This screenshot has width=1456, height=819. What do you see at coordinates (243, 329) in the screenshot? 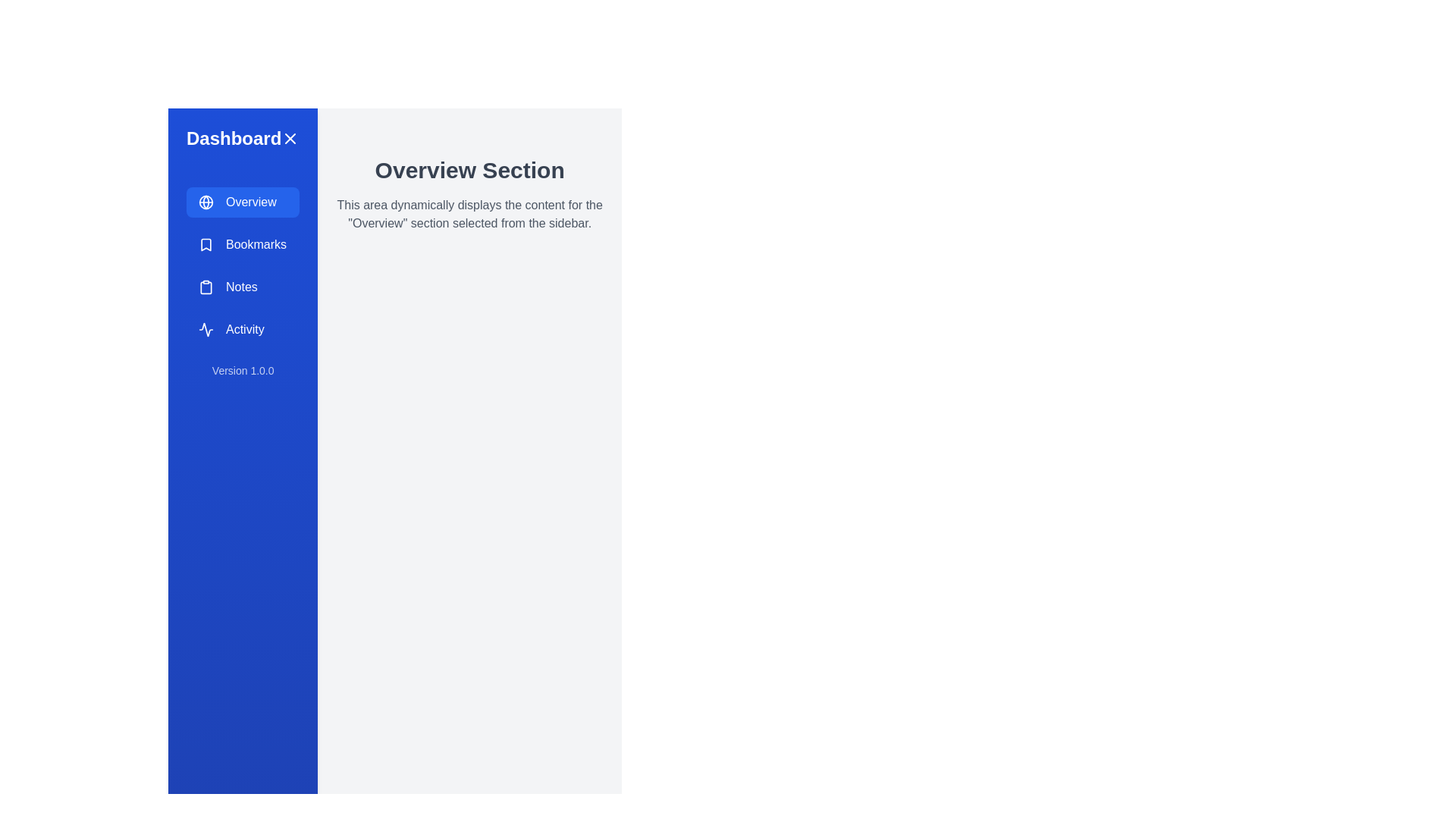
I see `the sidebar navigation option Activity` at bounding box center [243, 329].